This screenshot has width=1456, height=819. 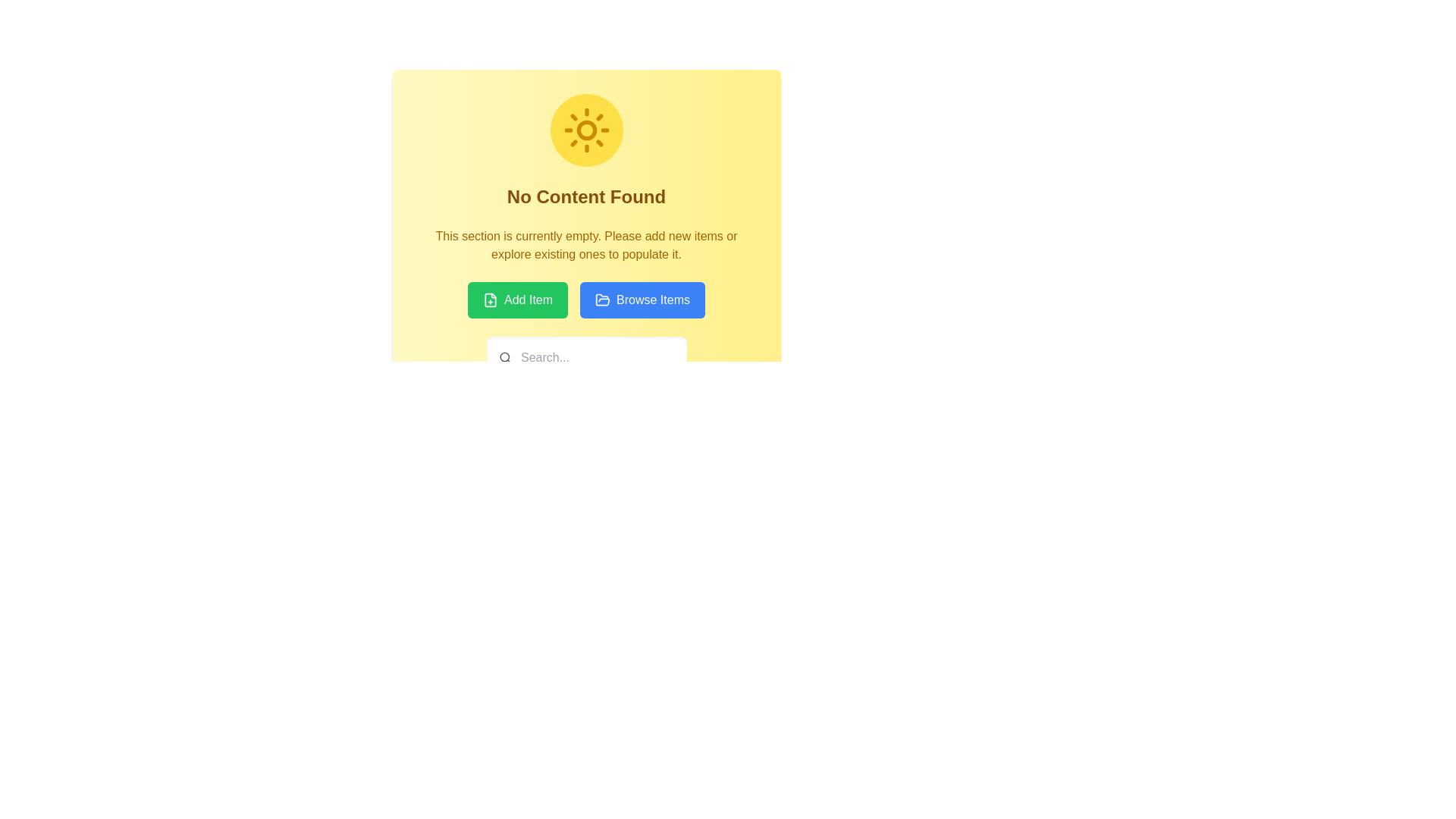 I want to click on the 'Browse Items' button, which is a rectangular button with rounded corners, a bright blue background, and white text. It is located under the 'No Content Found' section header, next to the 'Add Item' button, so click(x=642, y=300).